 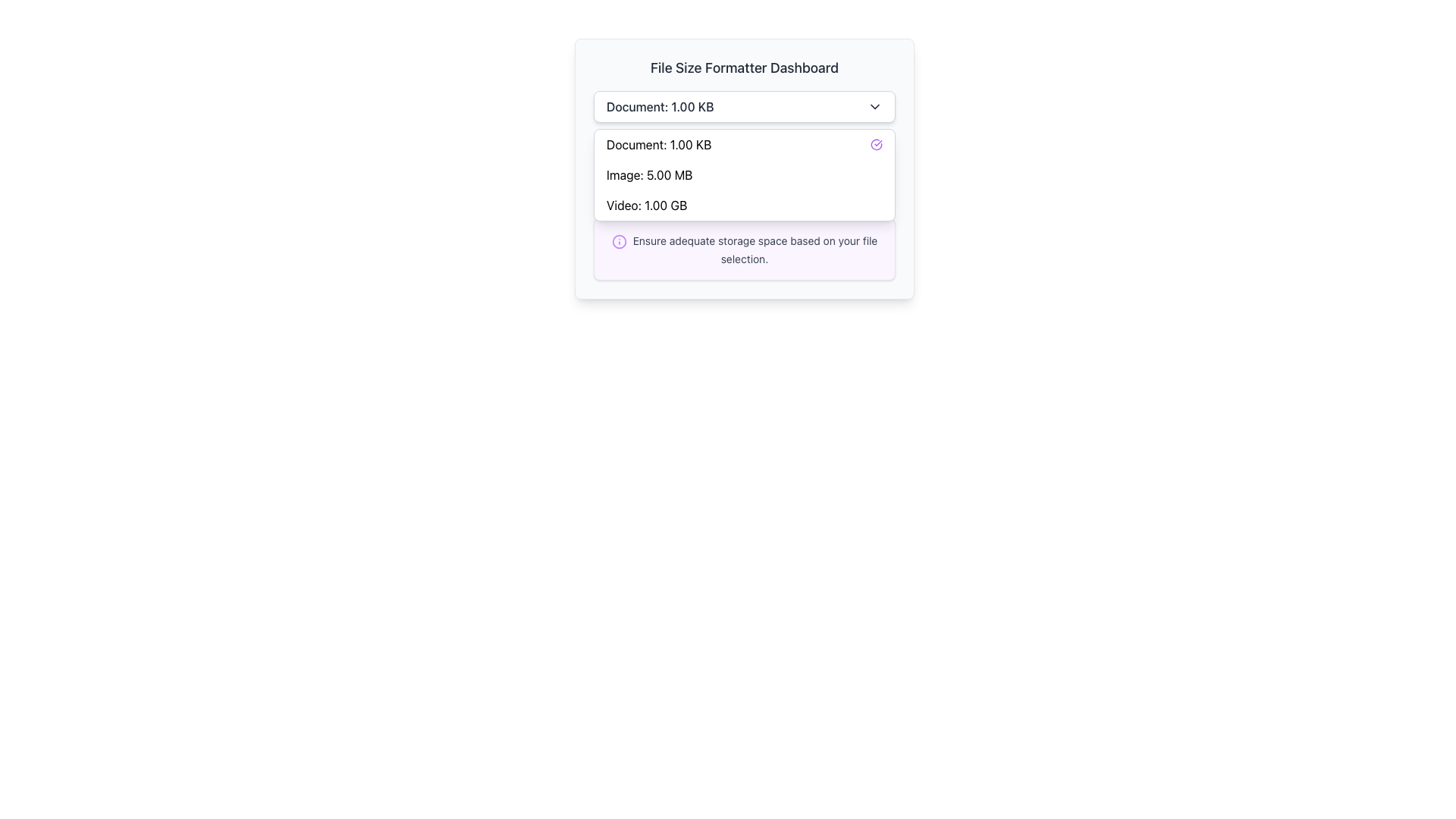 I want to click on textual content of the static text element displaying 'Video: 1.00 GB' within the dropdown menu of the 'File Size Formatter Dashboard', which is the third item in the list, so click(x=647, y=205).